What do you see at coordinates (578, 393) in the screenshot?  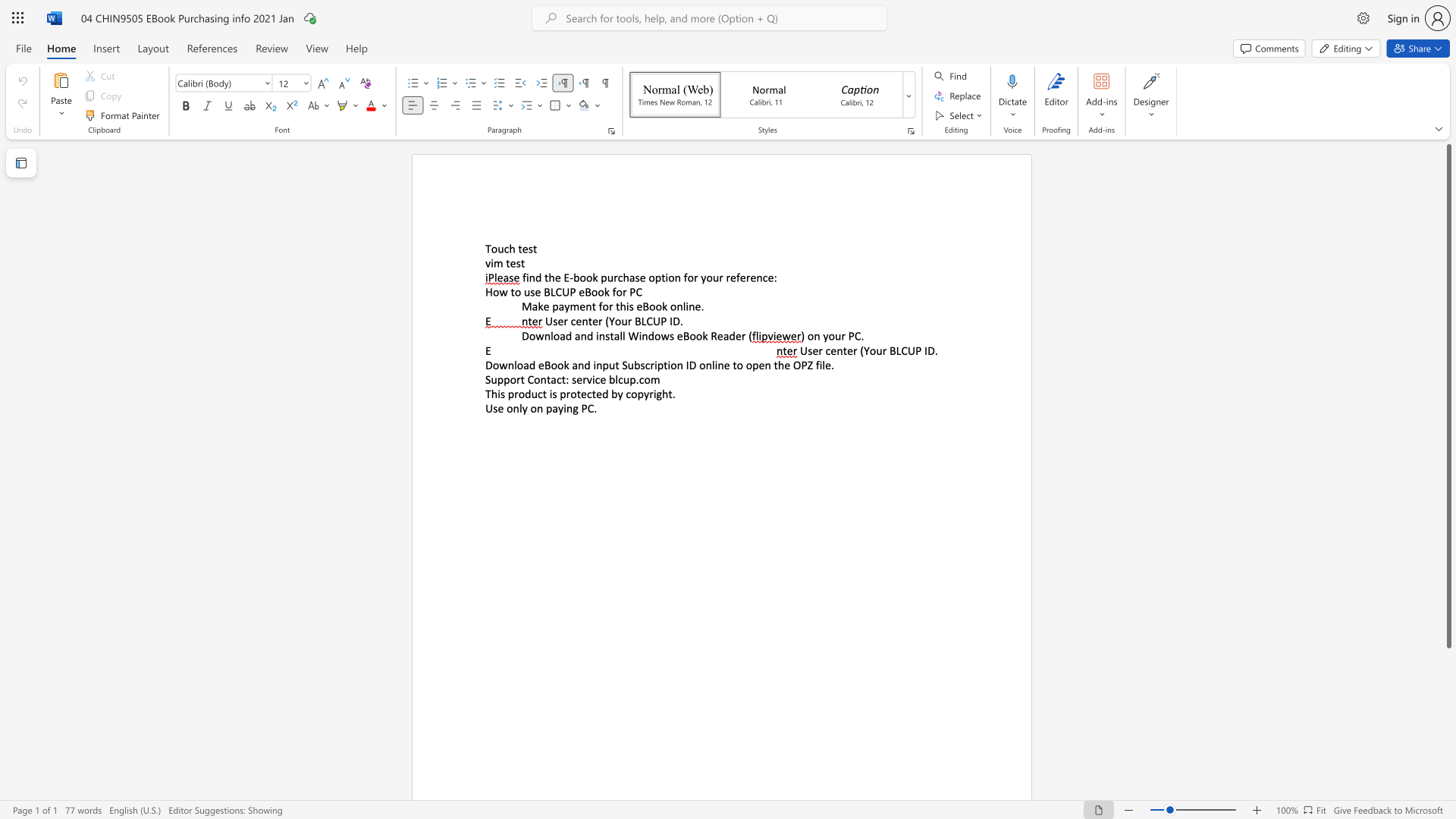 I see `the 2th character "t" in the text` at bounding box center [578, 393].